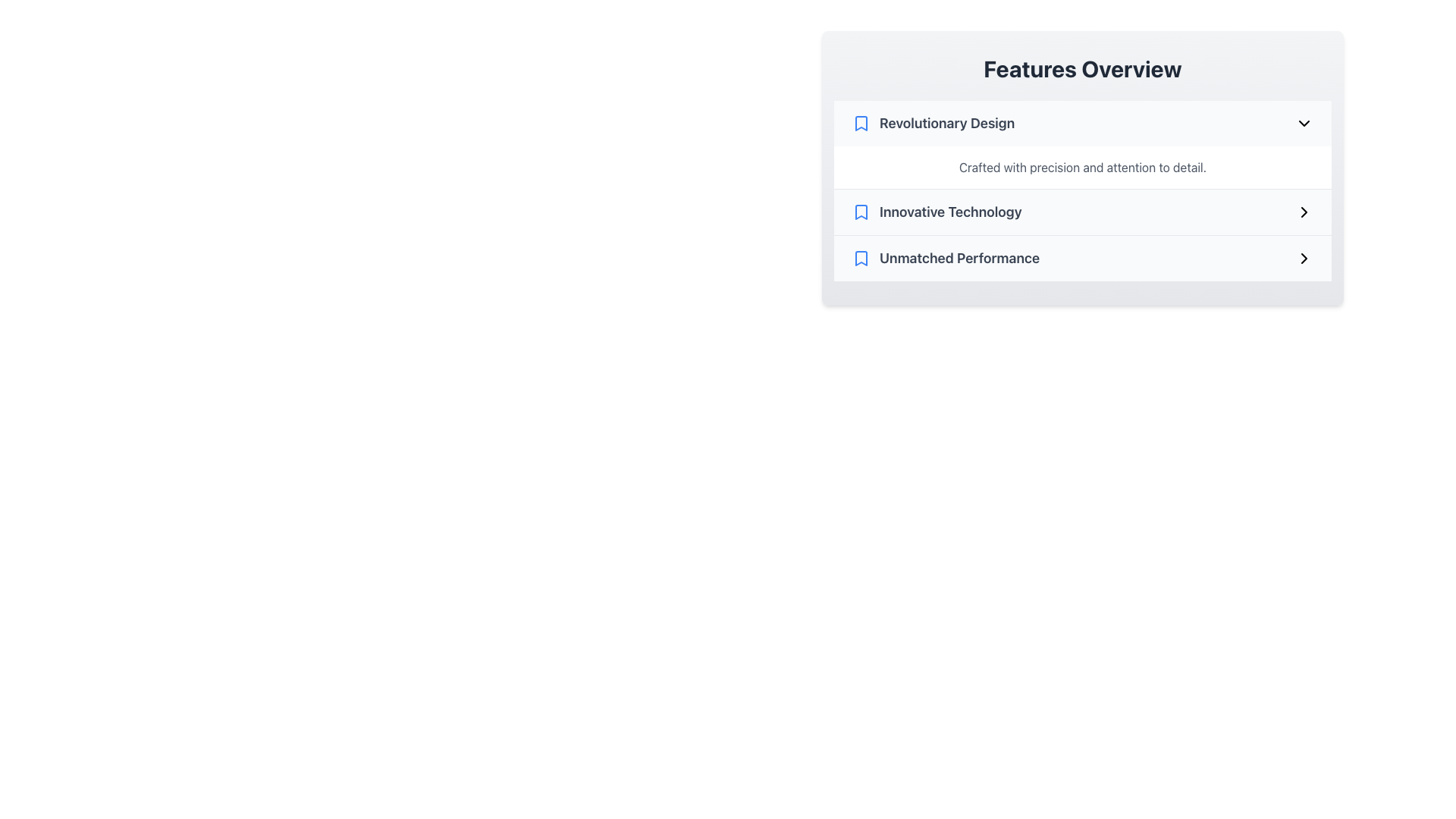 Image resolution: width=1456 pixels, height=819 pixels. What do you see at coordinates (1303, 212) in the screenshot?
I see `the interactive icon located at the far right of the row labeled 'Innovative Technology' to trigger tooltip or highlight effects` at bounding box center [1303, 212].